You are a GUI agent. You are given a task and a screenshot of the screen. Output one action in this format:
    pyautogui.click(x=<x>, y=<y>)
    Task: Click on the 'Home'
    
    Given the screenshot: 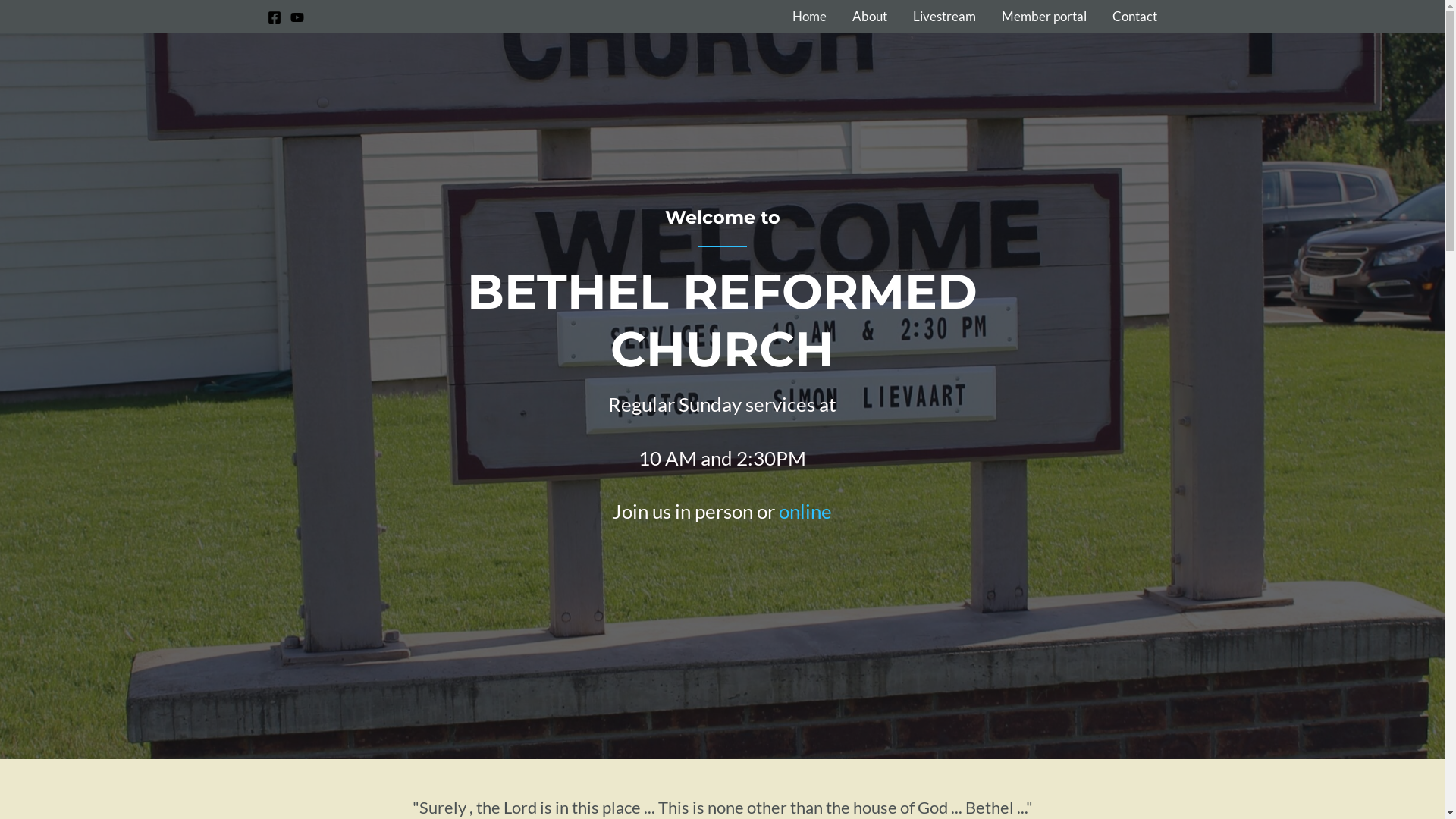 What is the action you would take?
    pyautogui.click(x=808, y=16)
    